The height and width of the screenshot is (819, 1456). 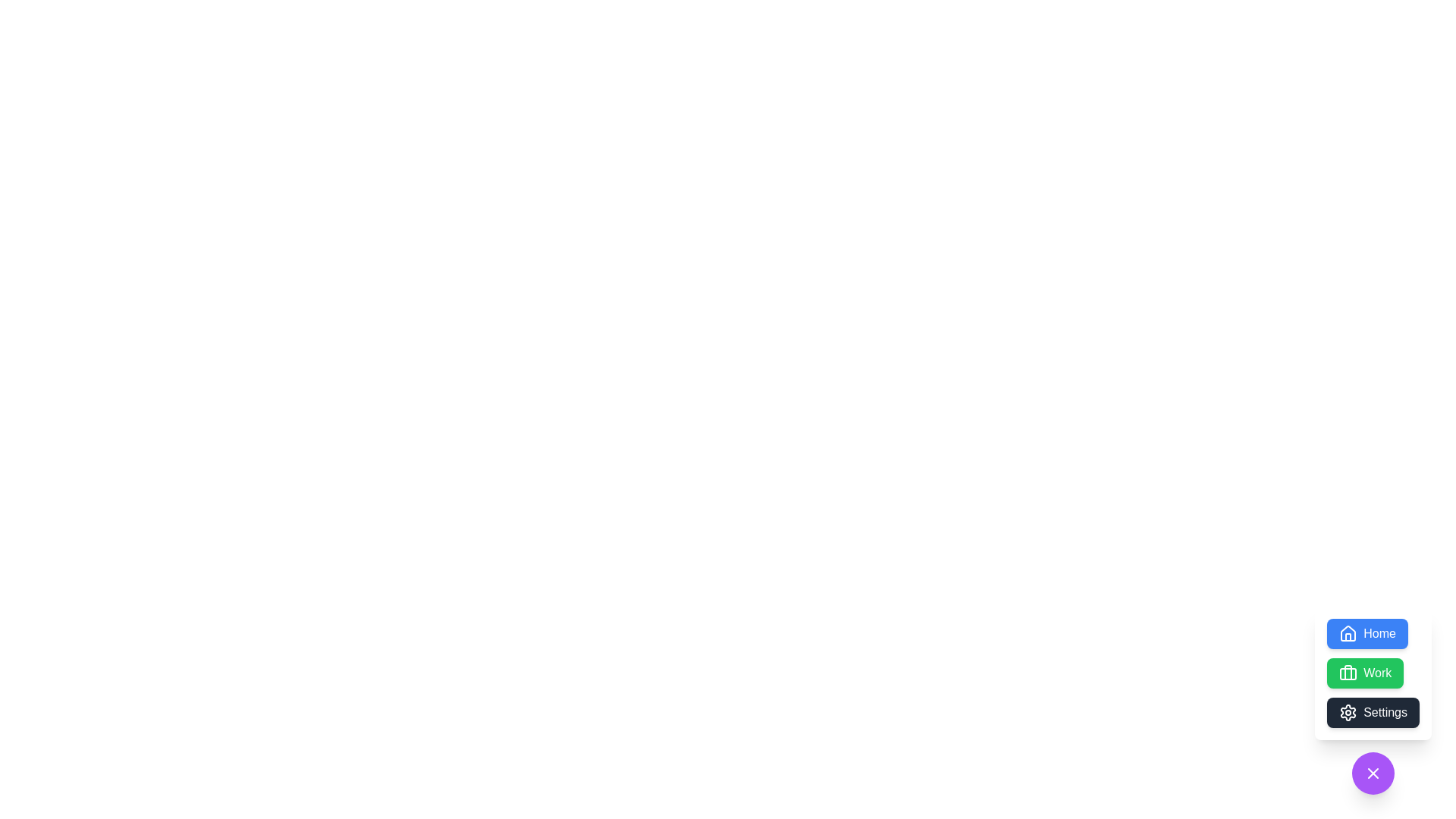 What do you see at coordinates (1348, 633) in the screenshot?
I see `the central roof section of the minimalistic house icon within the 'Home' button` at bounding box center [1348, 633].